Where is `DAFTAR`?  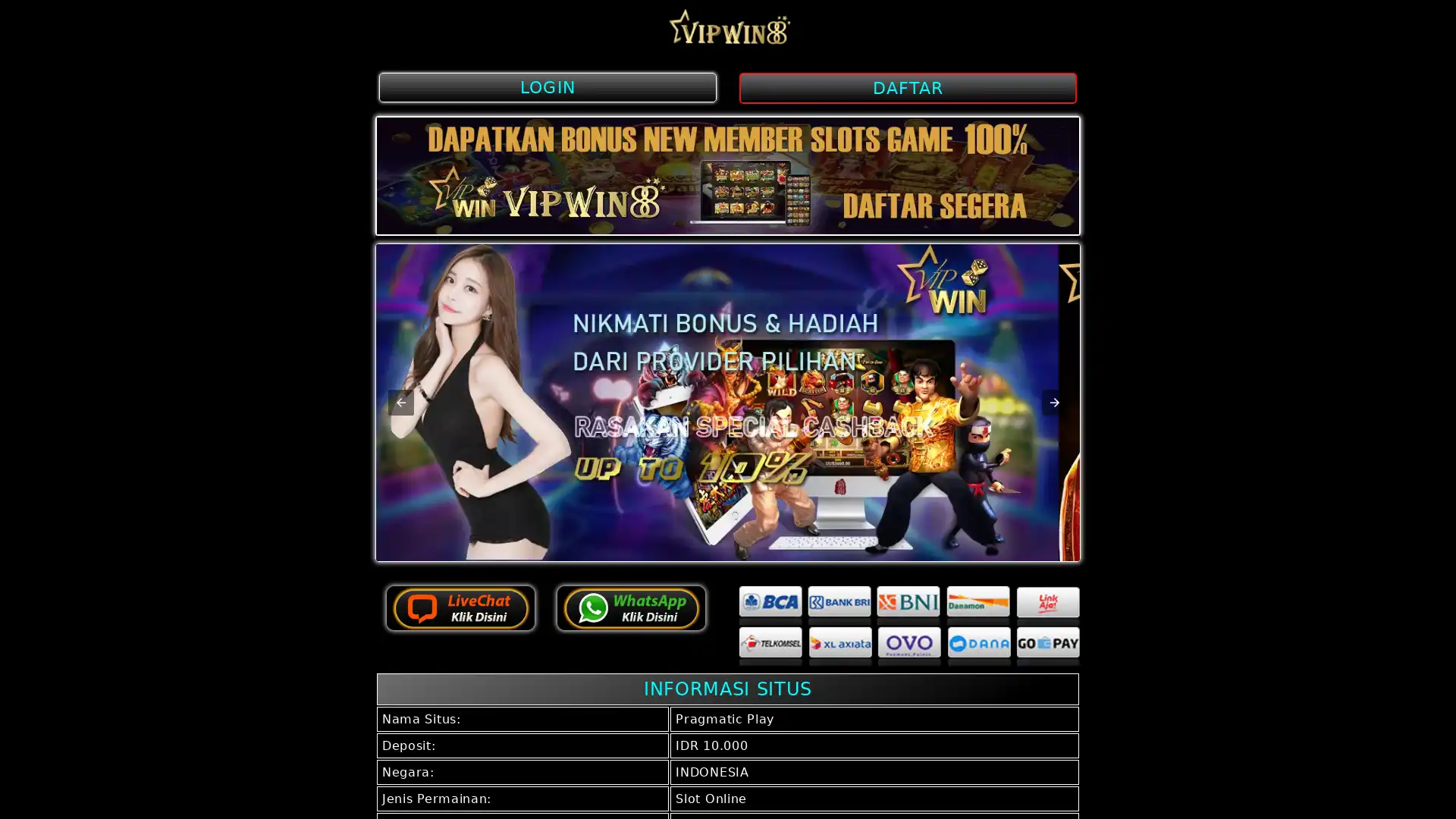 DAFTAR is located at coordinates (908, 88).